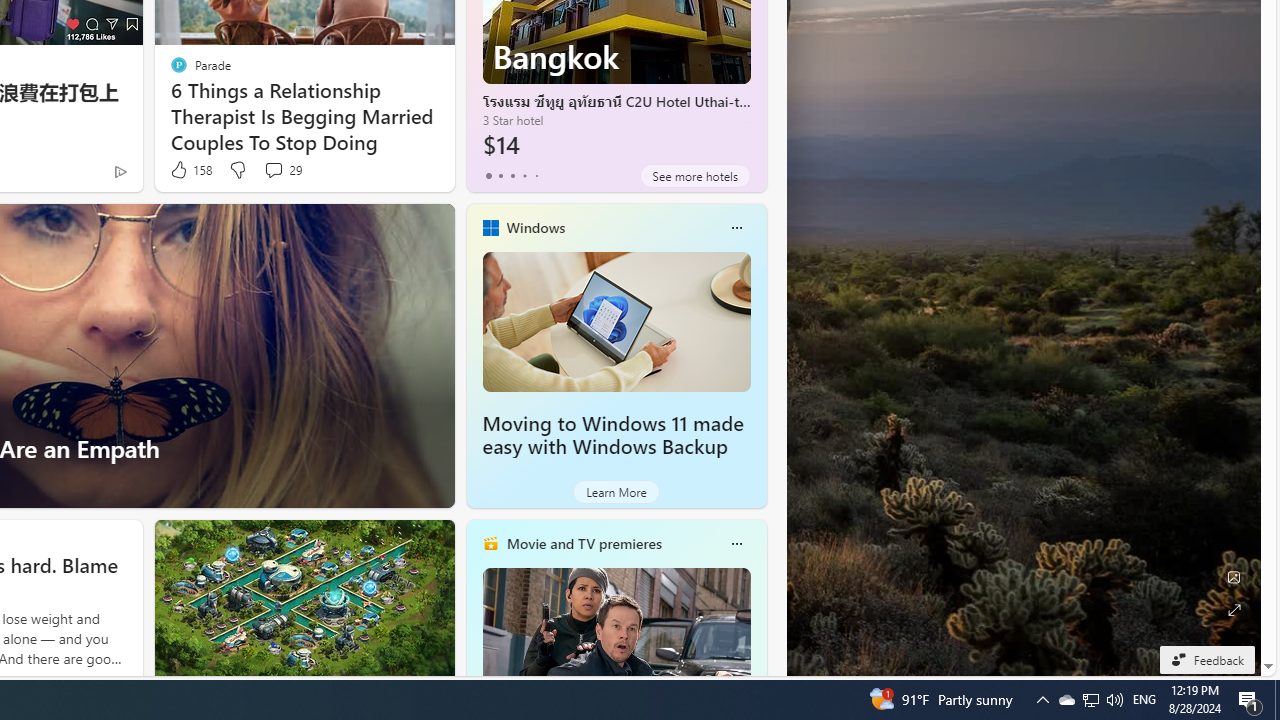  I want to click on 'tab-1', so click(500, 175).